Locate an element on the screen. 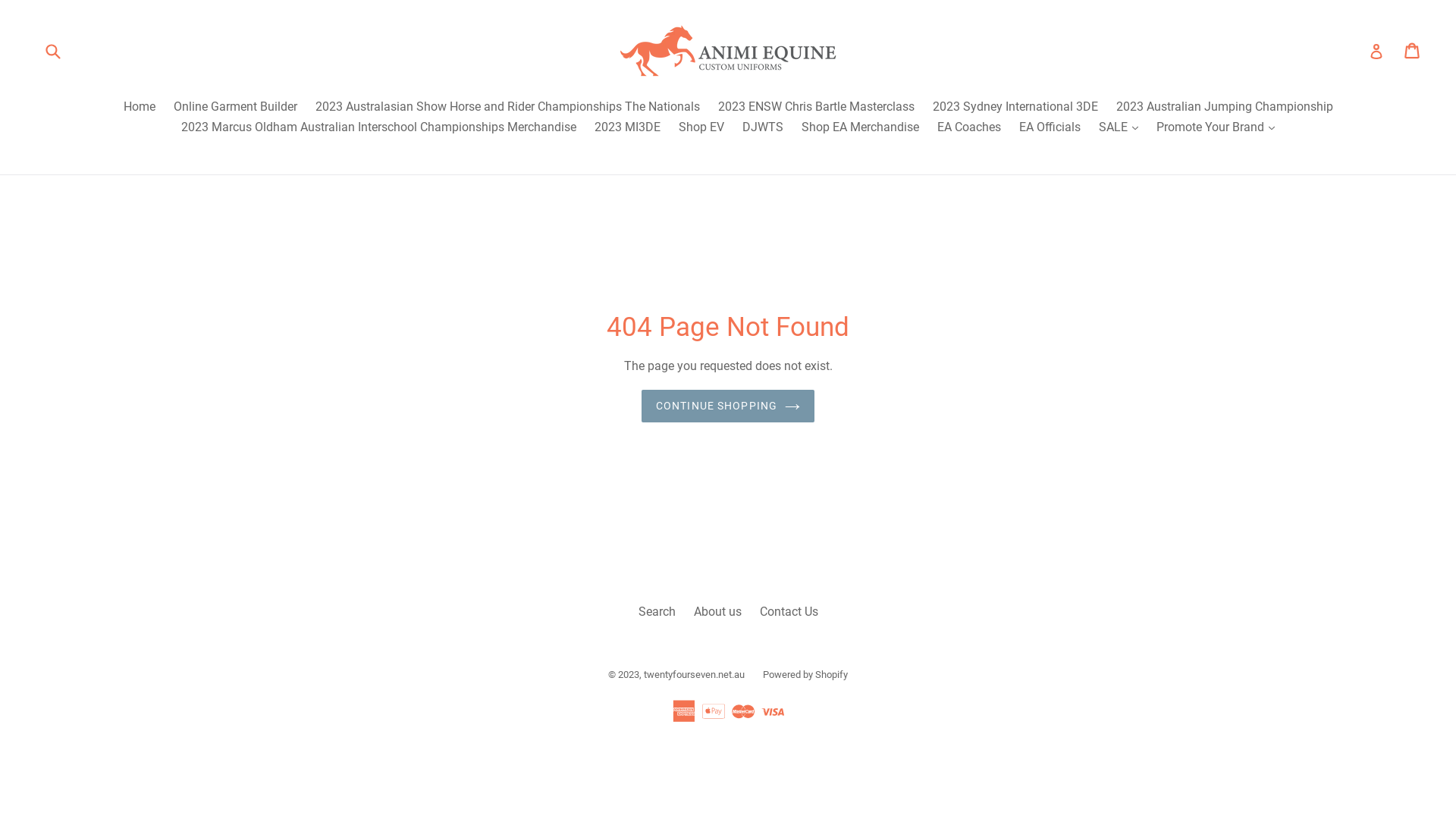 This screenshot has width=1456, height=819. '2023 Sydney International 3DE' is located at coordinates (1015, 107).